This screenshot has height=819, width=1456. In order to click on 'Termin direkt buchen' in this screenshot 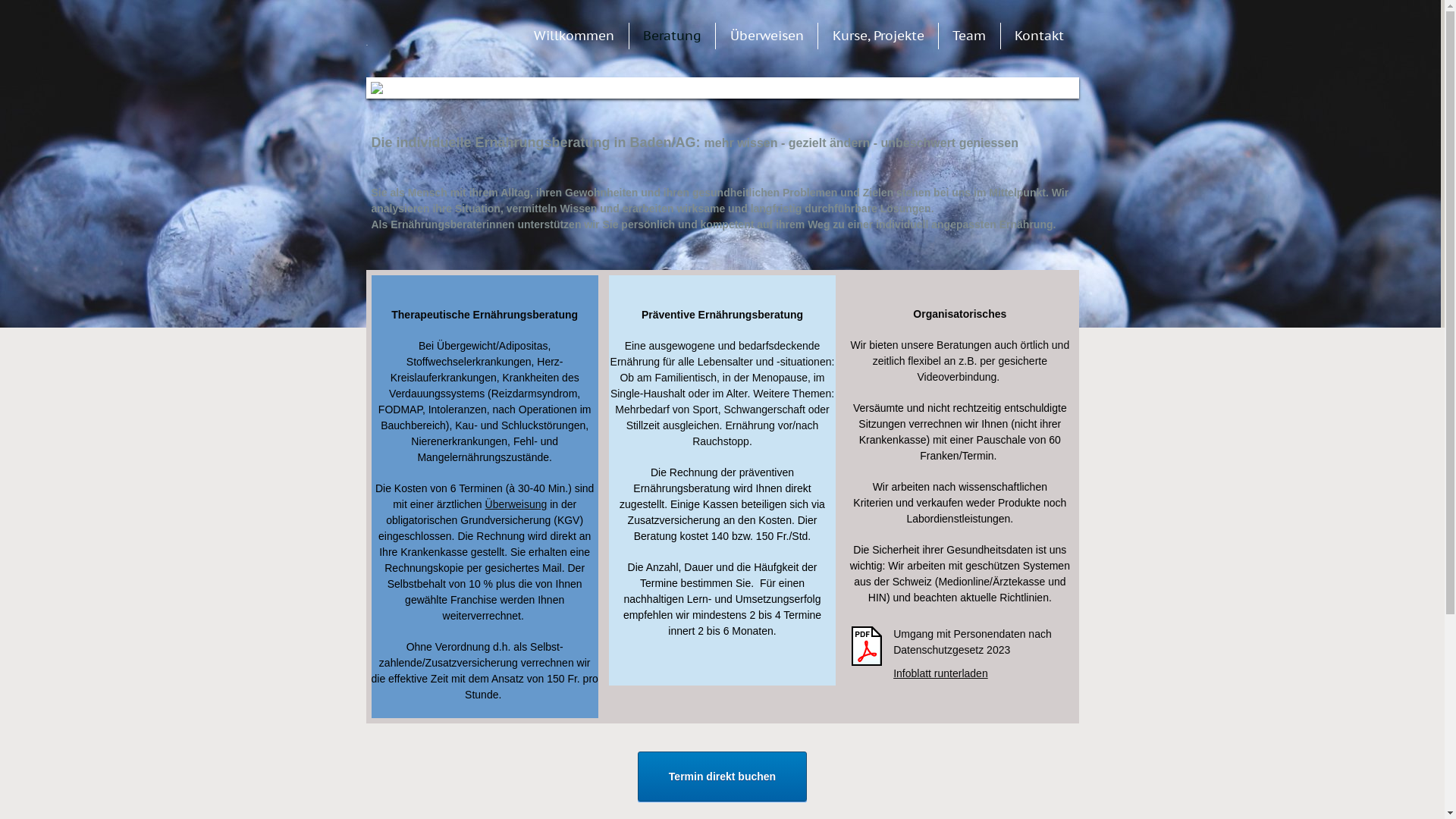, I will do `click(721, 776)`.